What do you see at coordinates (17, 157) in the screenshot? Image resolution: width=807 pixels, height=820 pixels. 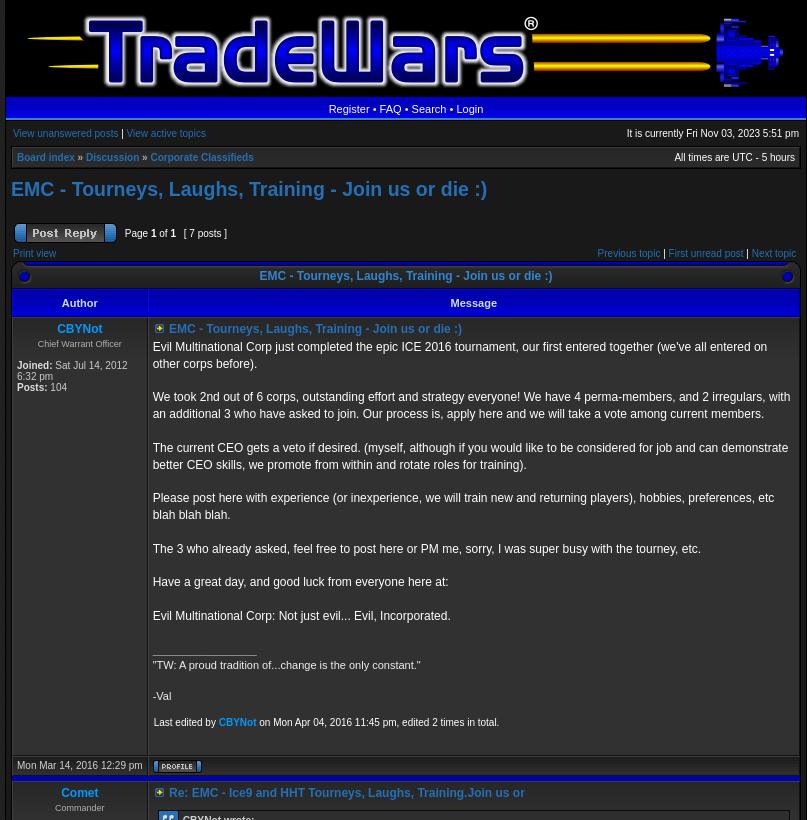 I see `'Board index'` at bounding box center [17, 157].